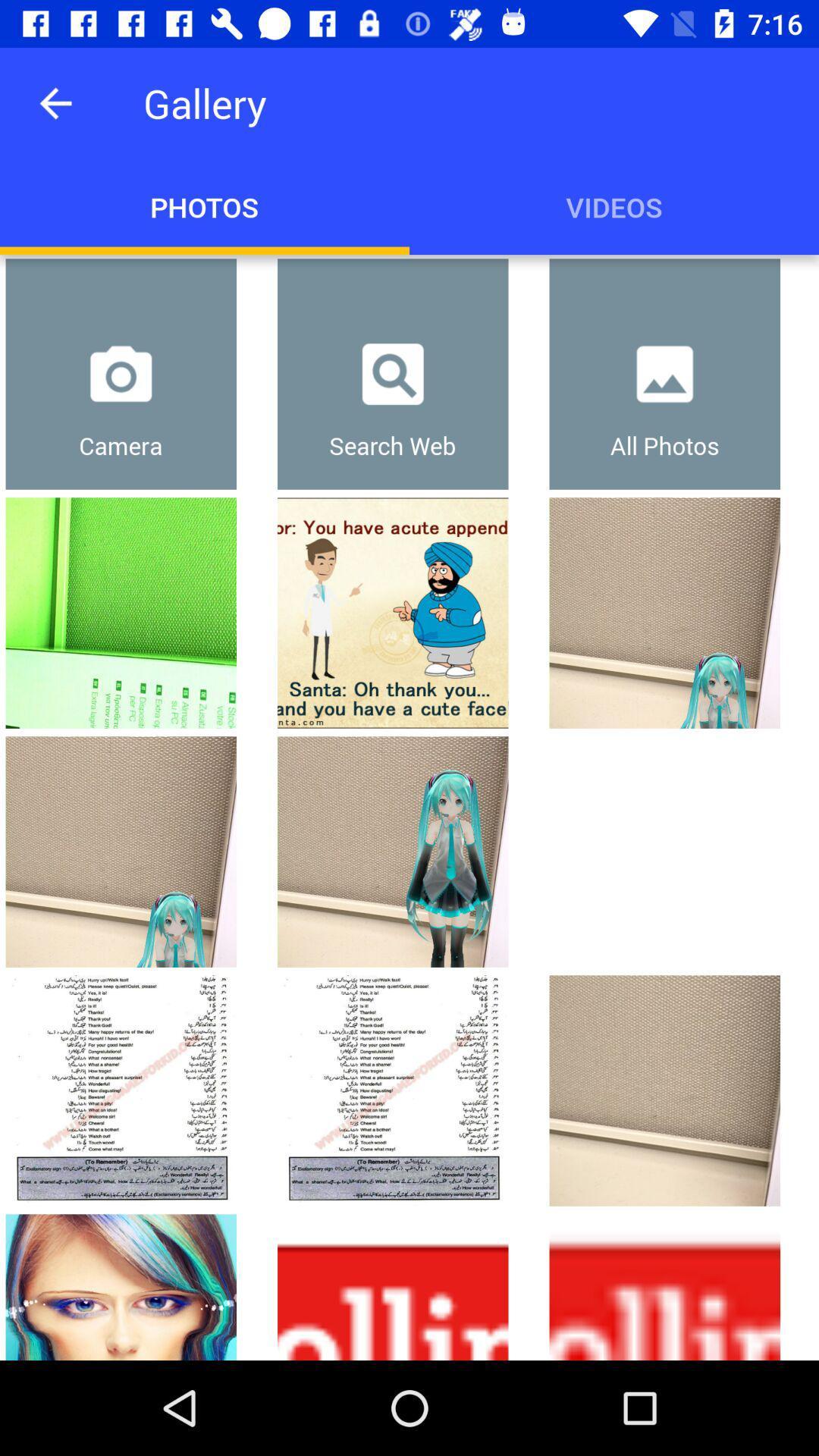 This screenshot has width=819, height=1456. I want to click on image which is at bottom left, so click(120, 1286).